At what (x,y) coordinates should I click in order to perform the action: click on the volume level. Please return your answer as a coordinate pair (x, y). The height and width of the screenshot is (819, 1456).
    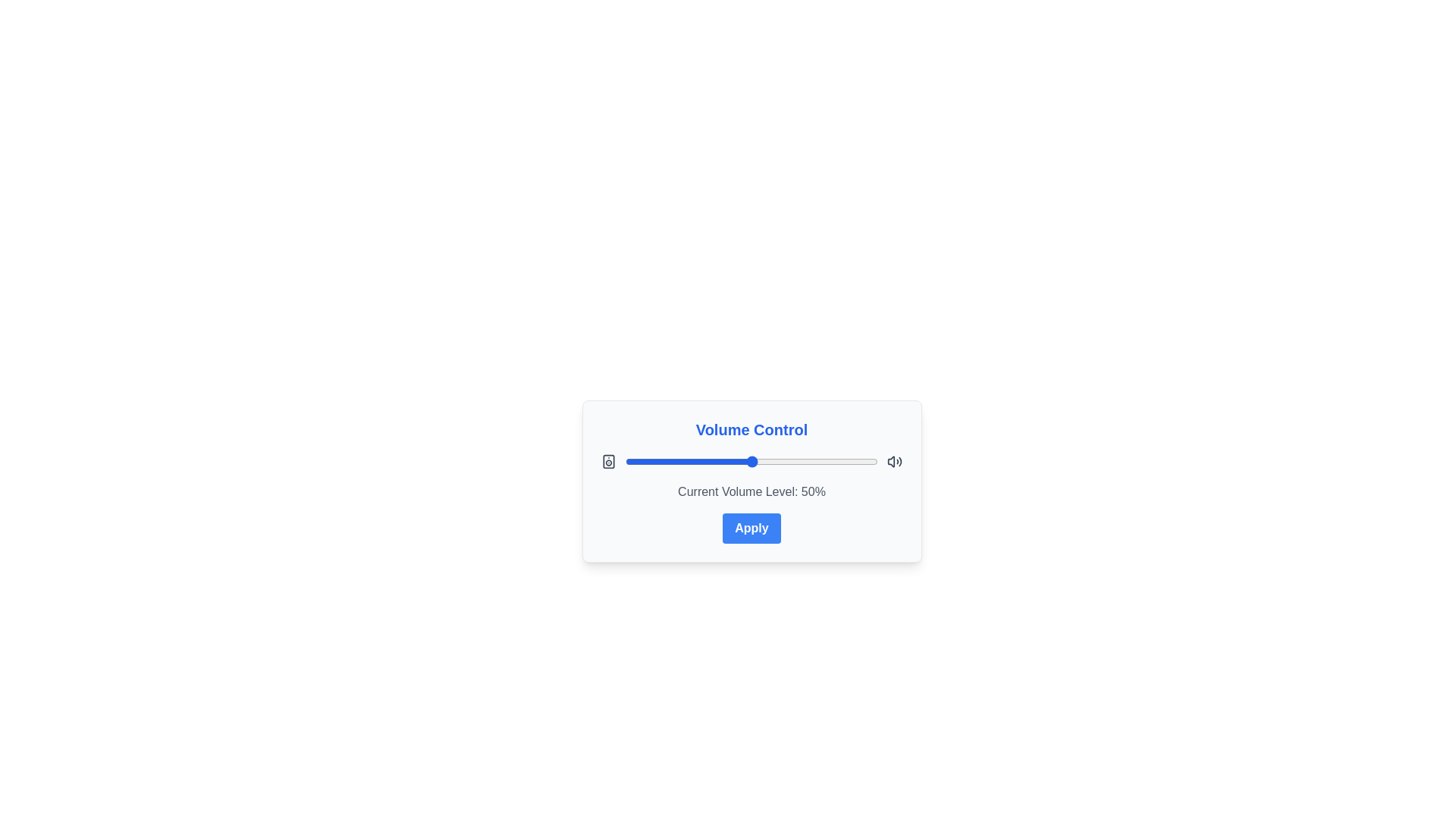
    Looking at the image, I should click on (814, 461).